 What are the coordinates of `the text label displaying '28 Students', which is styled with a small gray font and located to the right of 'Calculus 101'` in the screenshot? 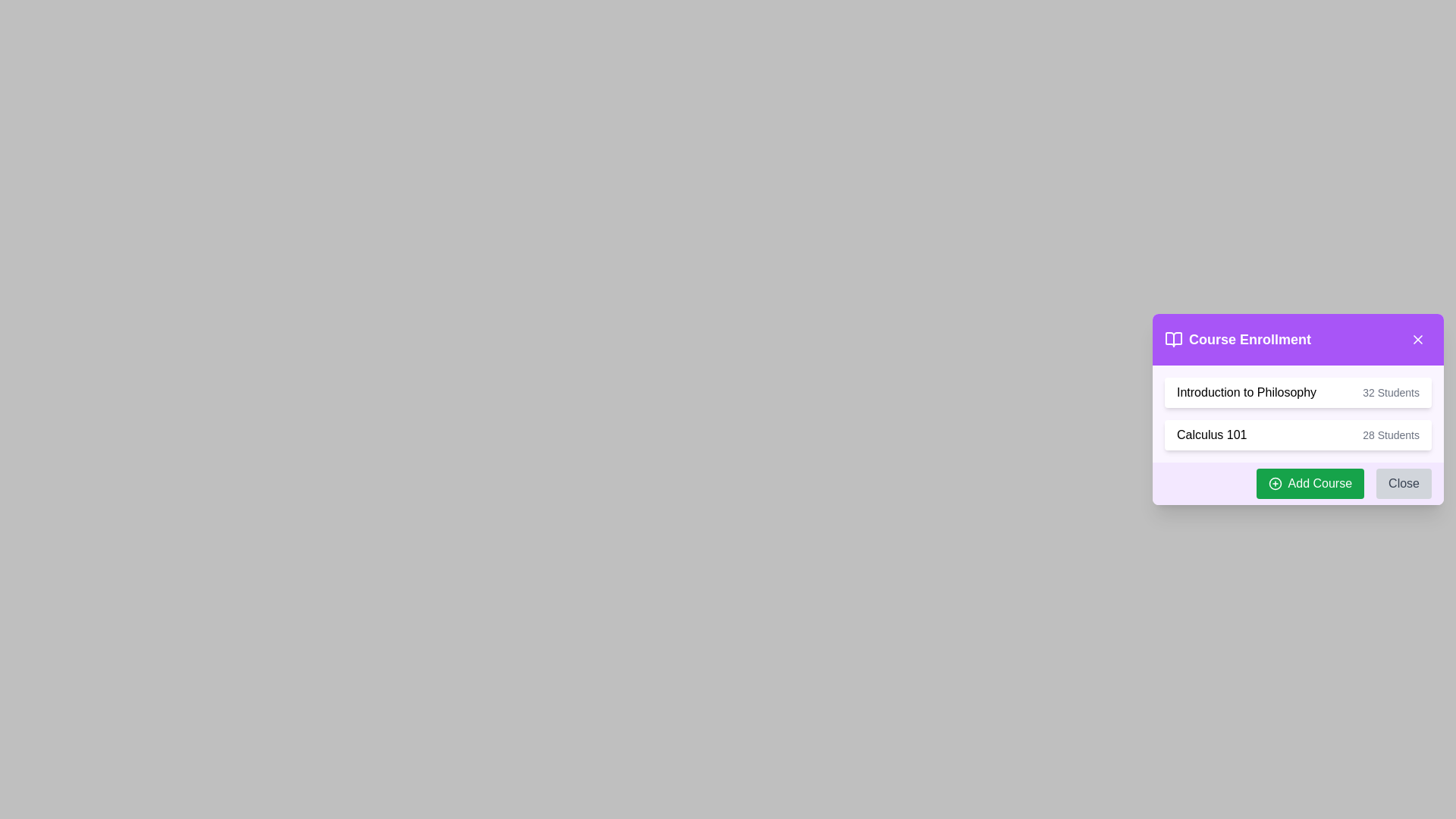 It's located at (1391, 435).